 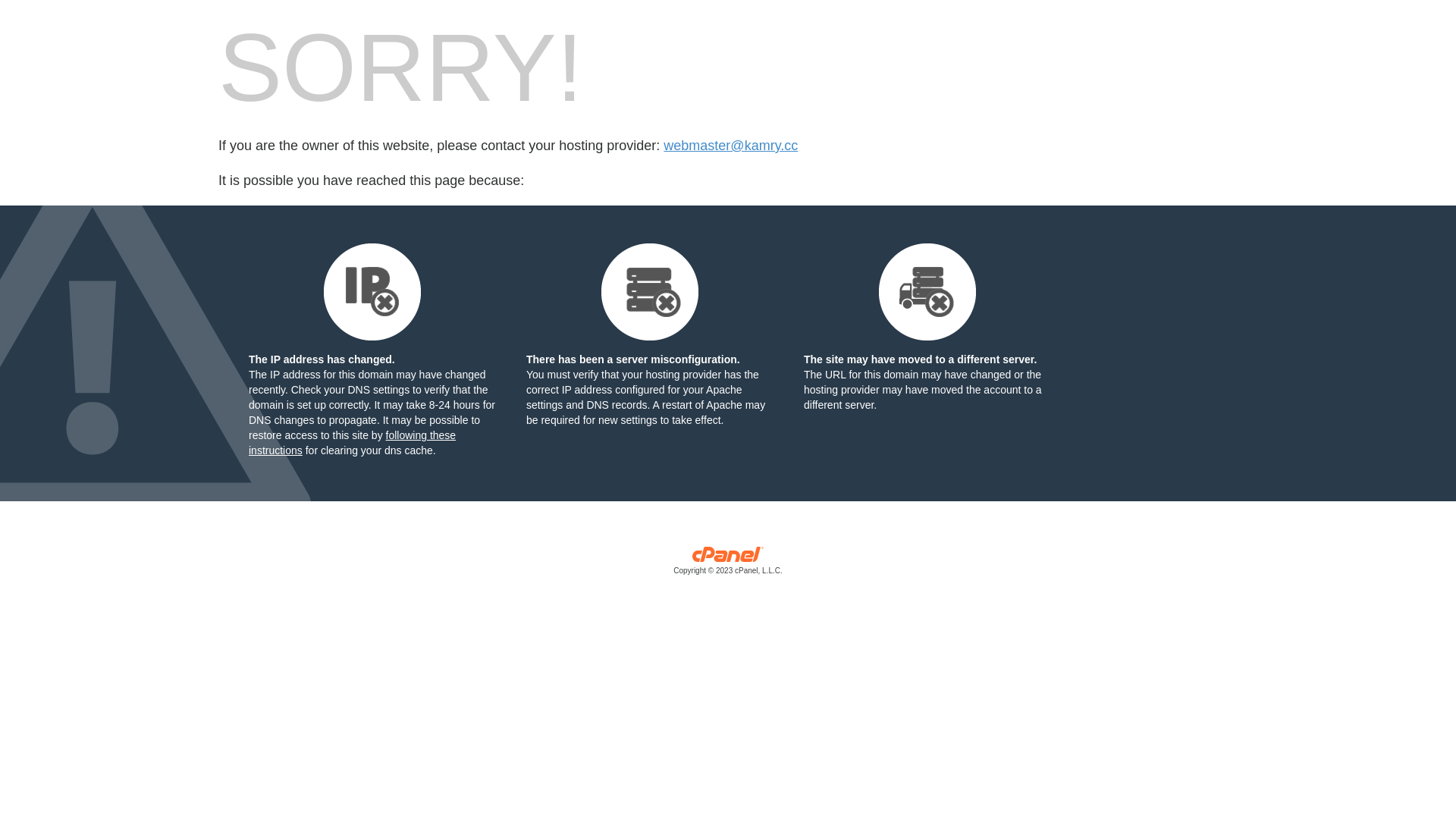 What do you see at coordinates (730, 146) in the screenshot?
I see `'webmaster@kamry.cc'` at bounding box center [730, 146].